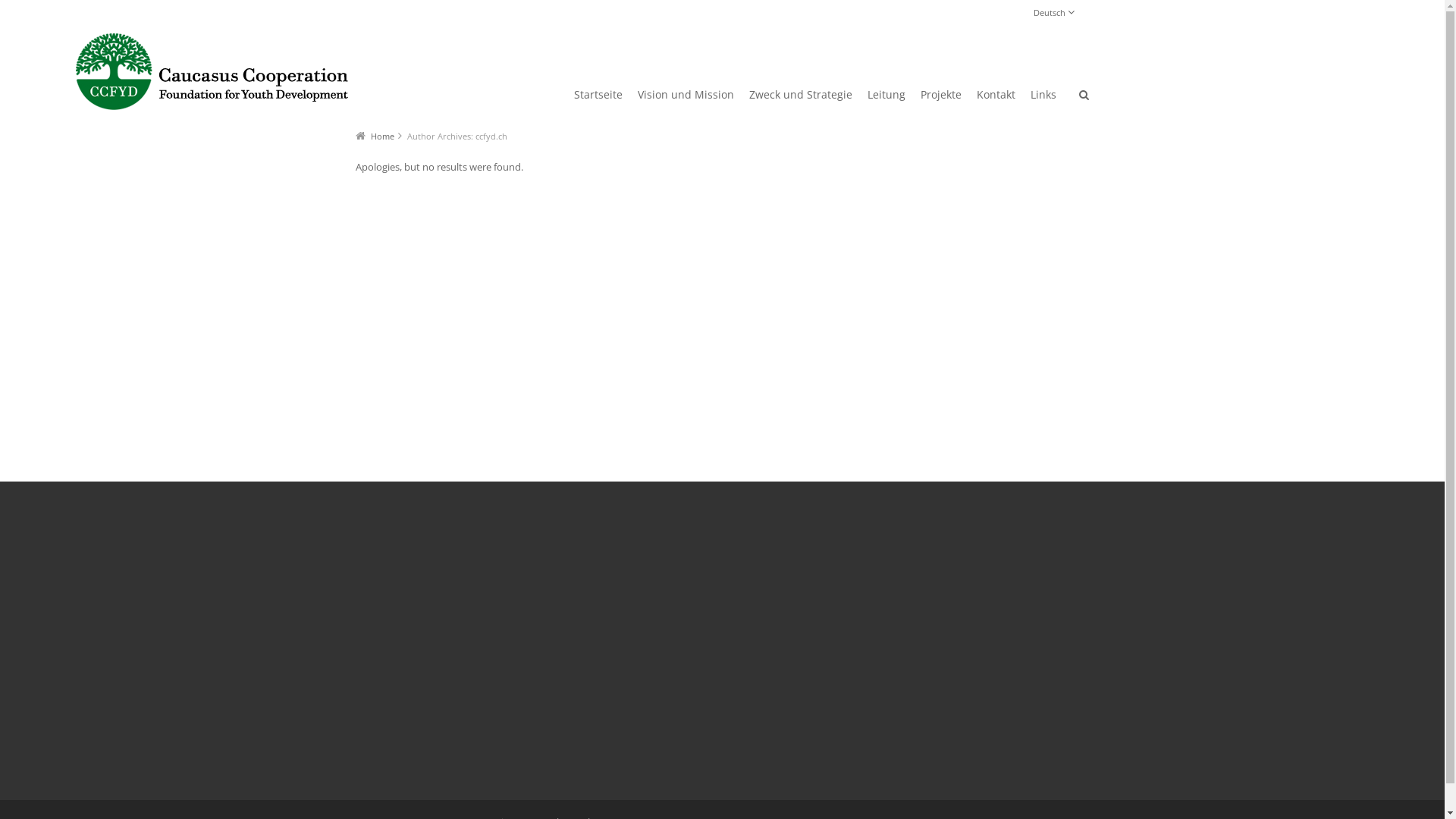 This screenshot has width=1456, height=819. Describe the element at coordinates (381, 135) in the screenshot. I see `'Home'` at that location.